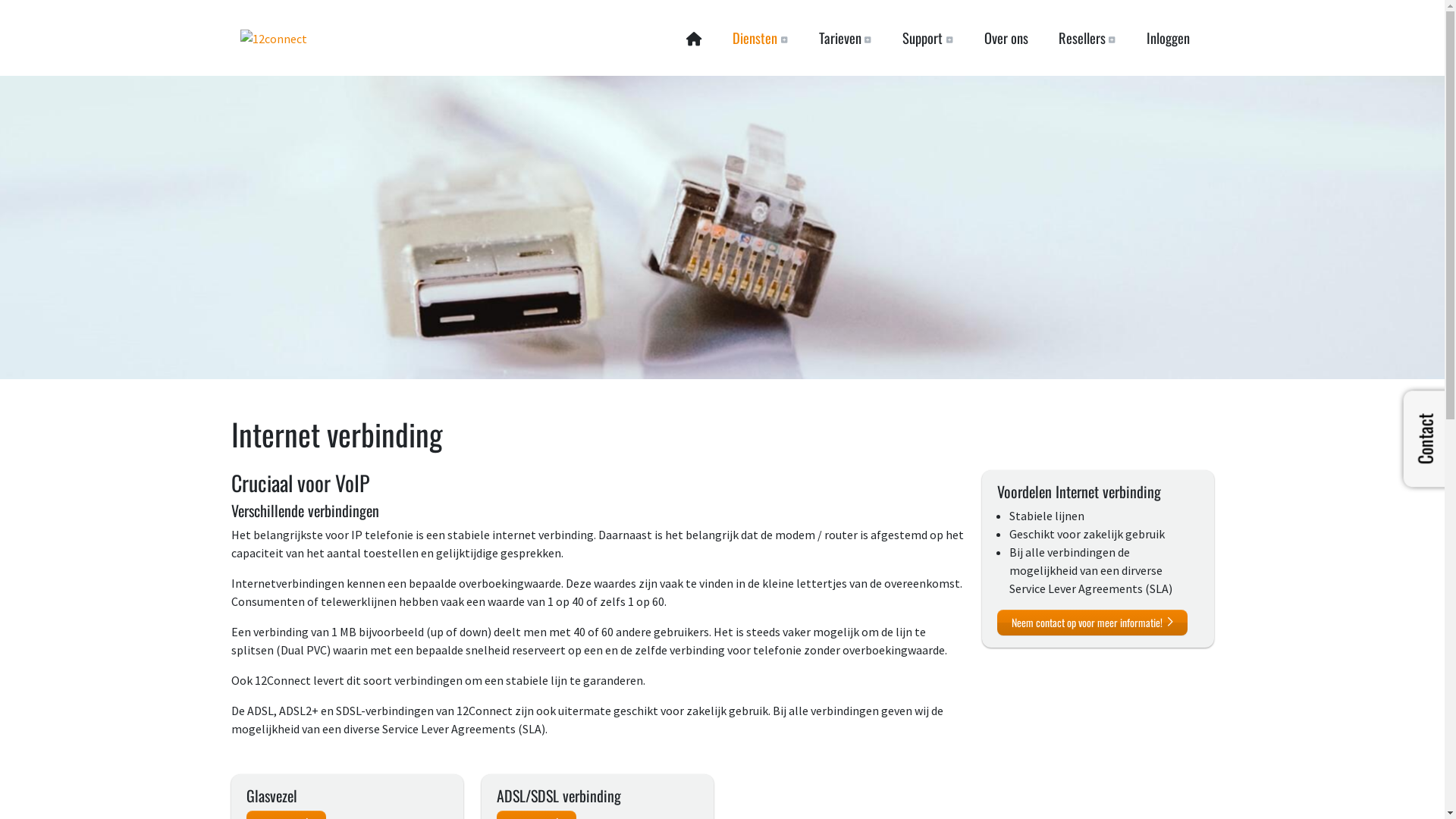 The width and height of the screenshot is (1456, 819). What do you see at coordinates (1167, 37) in the screenshot?
I see `'Inloggen'` at bounding box center [1167, 37].